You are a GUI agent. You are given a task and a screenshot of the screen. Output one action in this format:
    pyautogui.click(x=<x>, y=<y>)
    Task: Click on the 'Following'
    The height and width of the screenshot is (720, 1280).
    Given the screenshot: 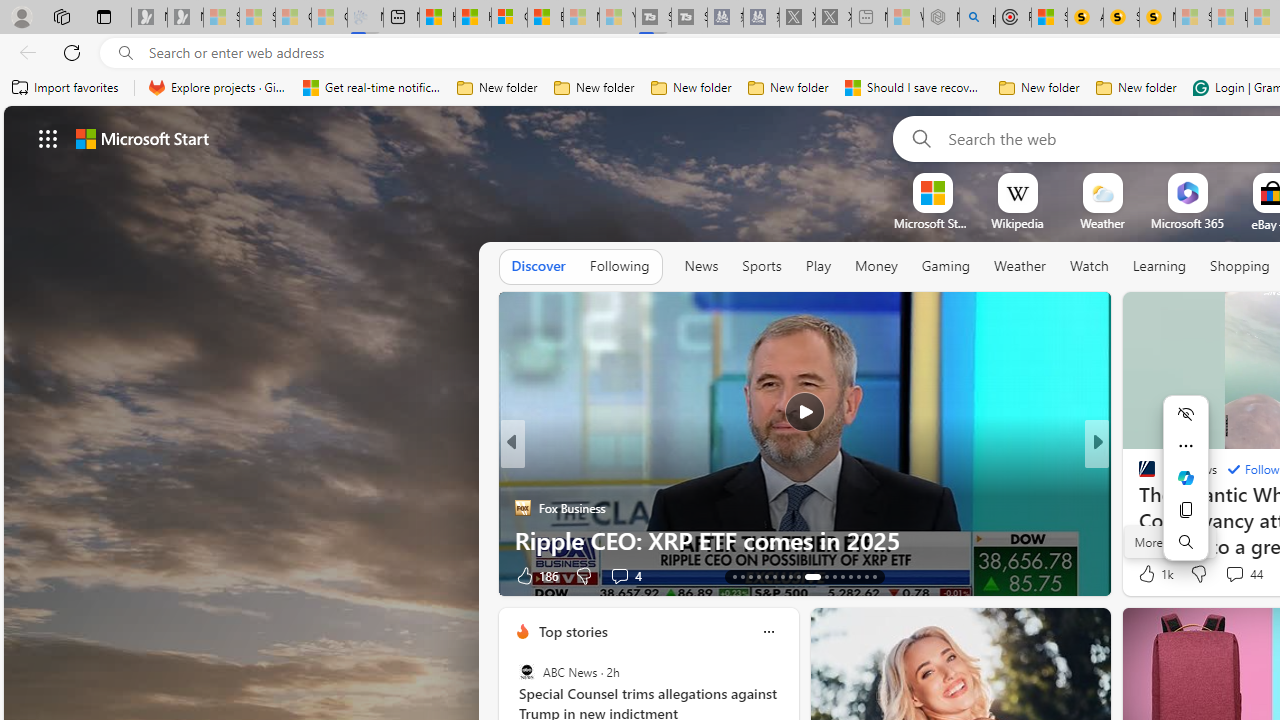 What is the action you would take?
    pyautogui.click(x=618, y=266)
    